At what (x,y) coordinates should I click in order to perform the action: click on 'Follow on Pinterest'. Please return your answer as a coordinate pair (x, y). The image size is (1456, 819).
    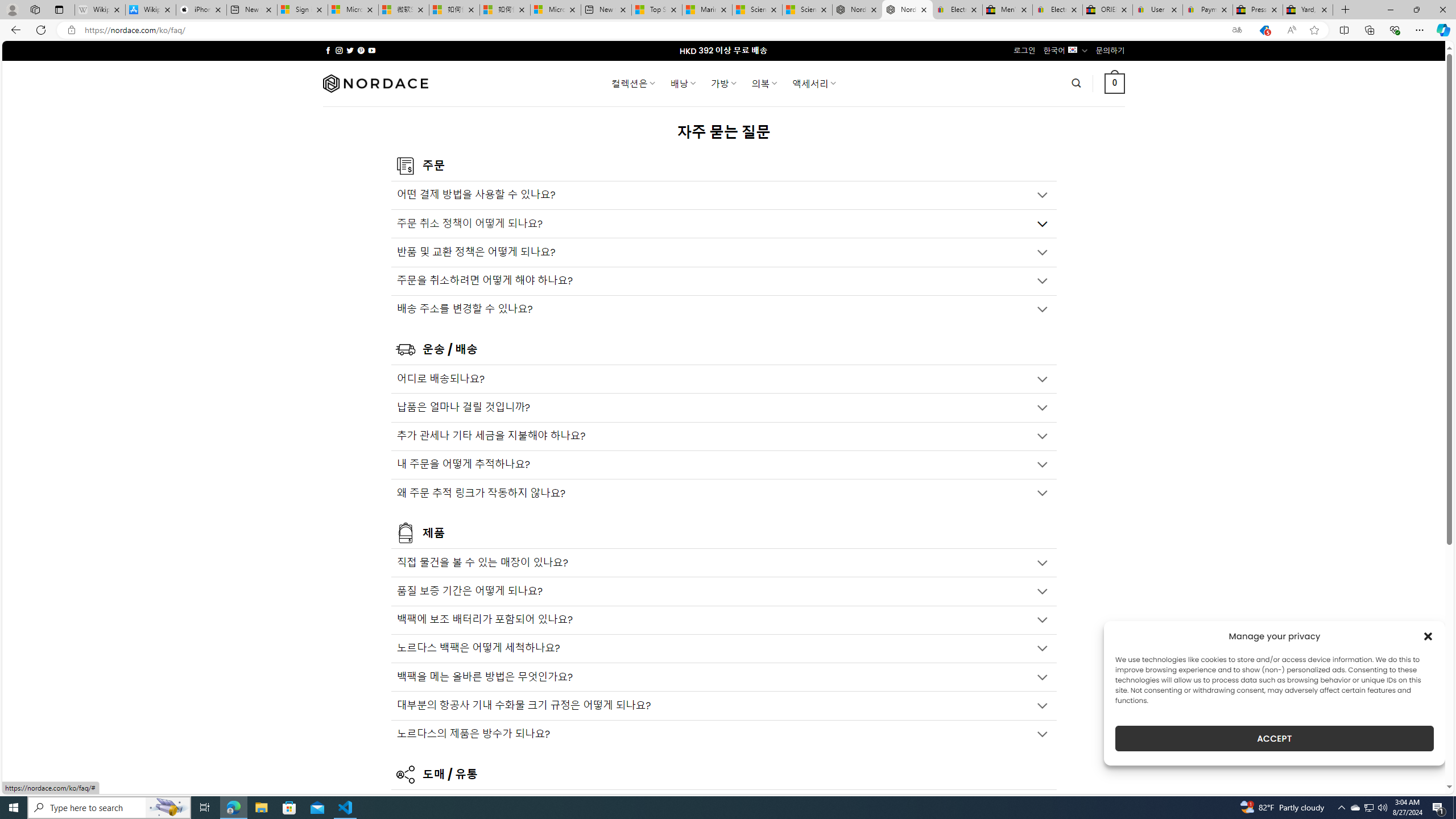
    Looking at the image, I should click on (359, 50).